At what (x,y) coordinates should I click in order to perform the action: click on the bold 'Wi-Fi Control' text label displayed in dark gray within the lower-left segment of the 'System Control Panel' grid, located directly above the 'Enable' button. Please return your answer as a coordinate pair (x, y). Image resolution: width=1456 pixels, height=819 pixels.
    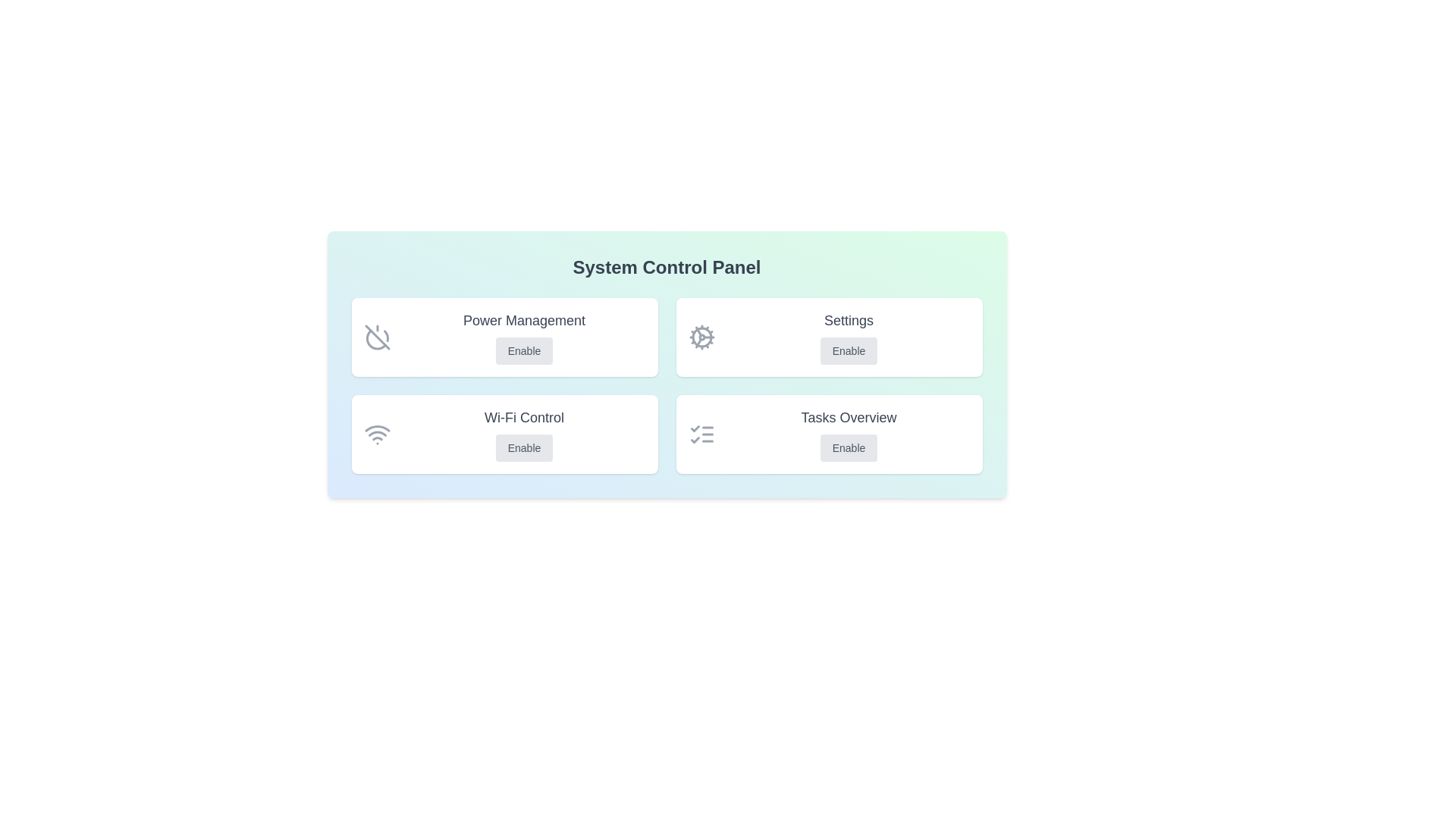
    Looking at the image, I should click on (524, 418).